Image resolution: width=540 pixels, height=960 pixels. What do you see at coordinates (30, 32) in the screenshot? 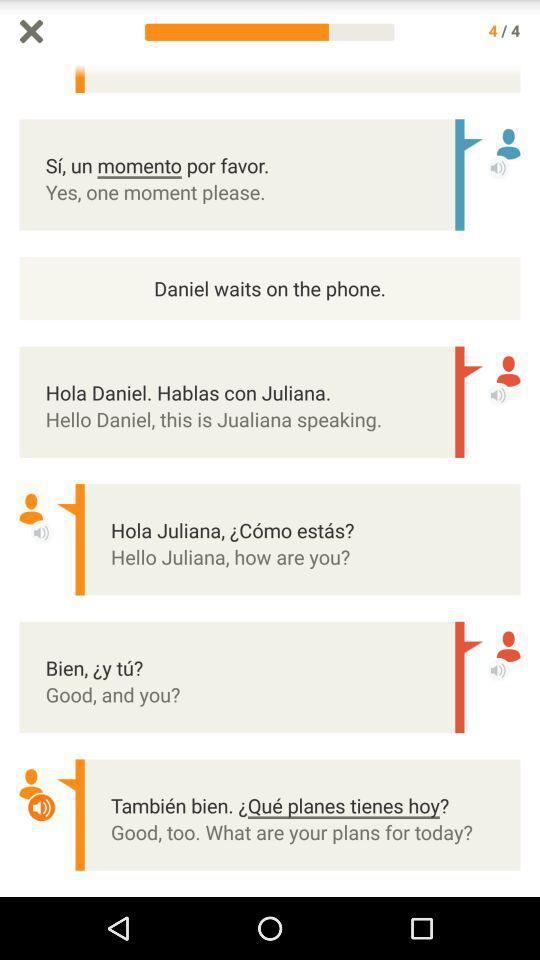
I see `the close icon` at bounding box center [30, 32].